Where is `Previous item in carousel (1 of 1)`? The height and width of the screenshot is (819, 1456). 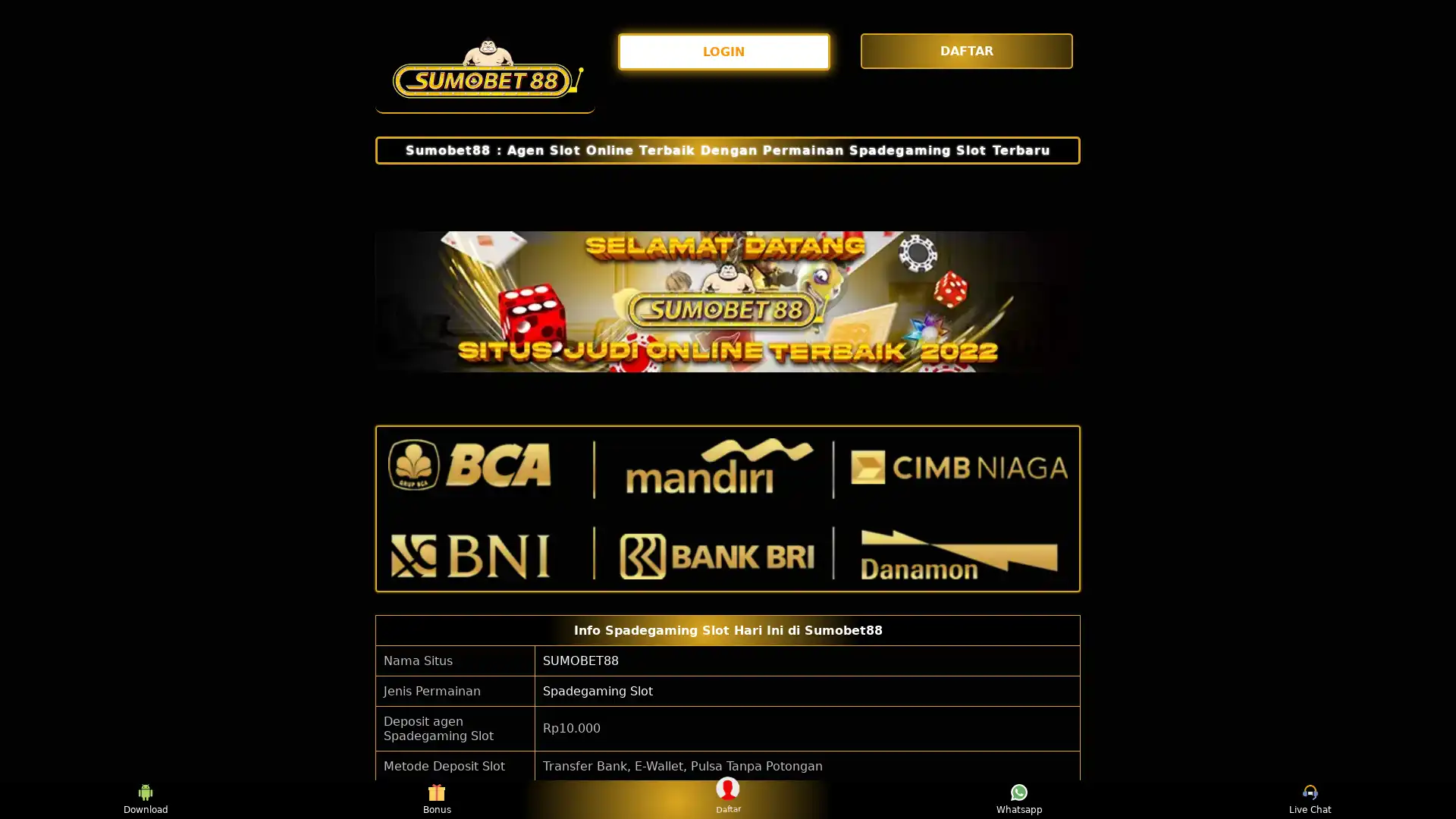 Previous item in carousel (1 of 1) is located at coordinates (388, 301).